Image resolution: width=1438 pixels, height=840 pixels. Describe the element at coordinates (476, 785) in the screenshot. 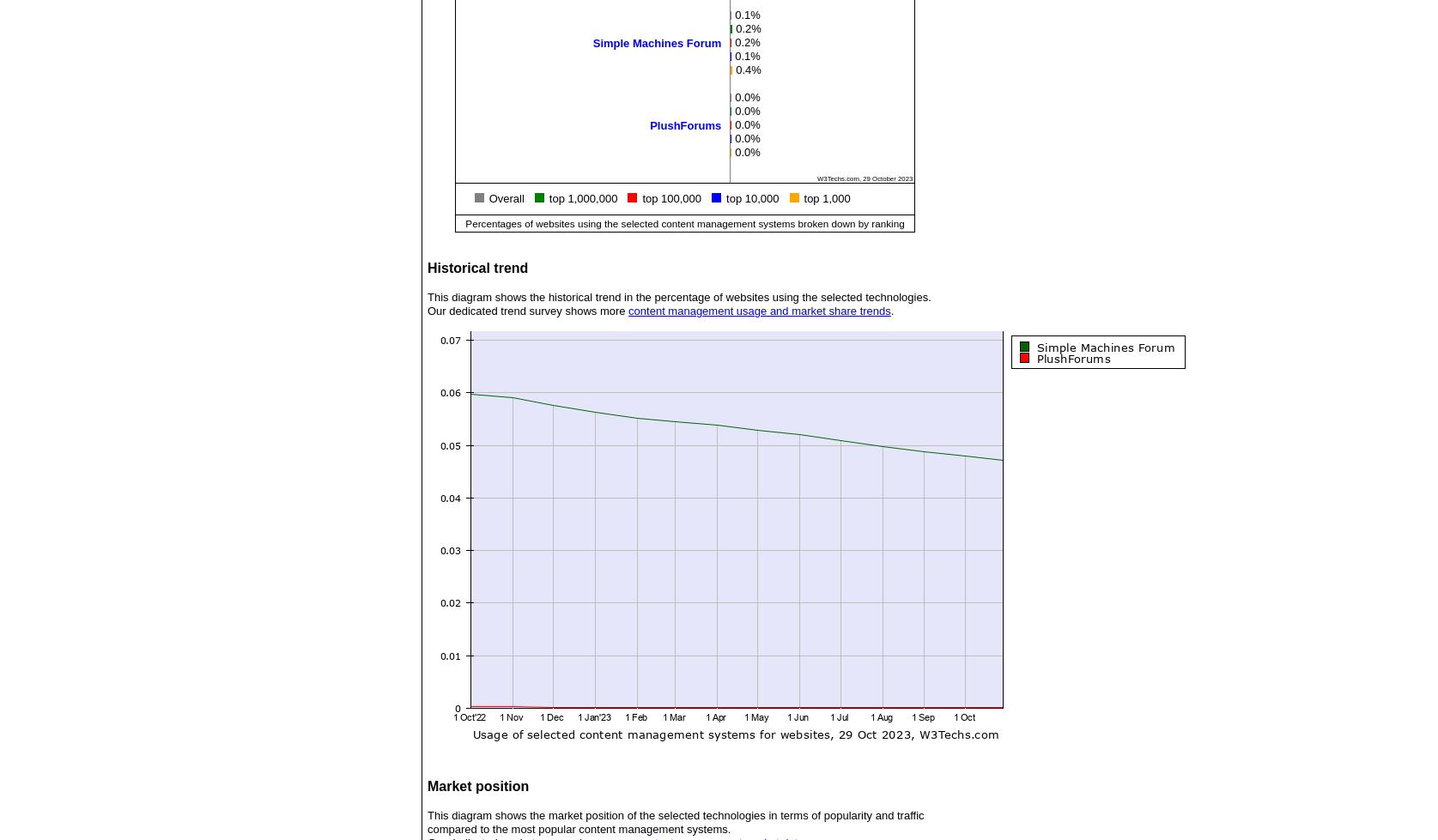

I see `'Market position'` at that location.